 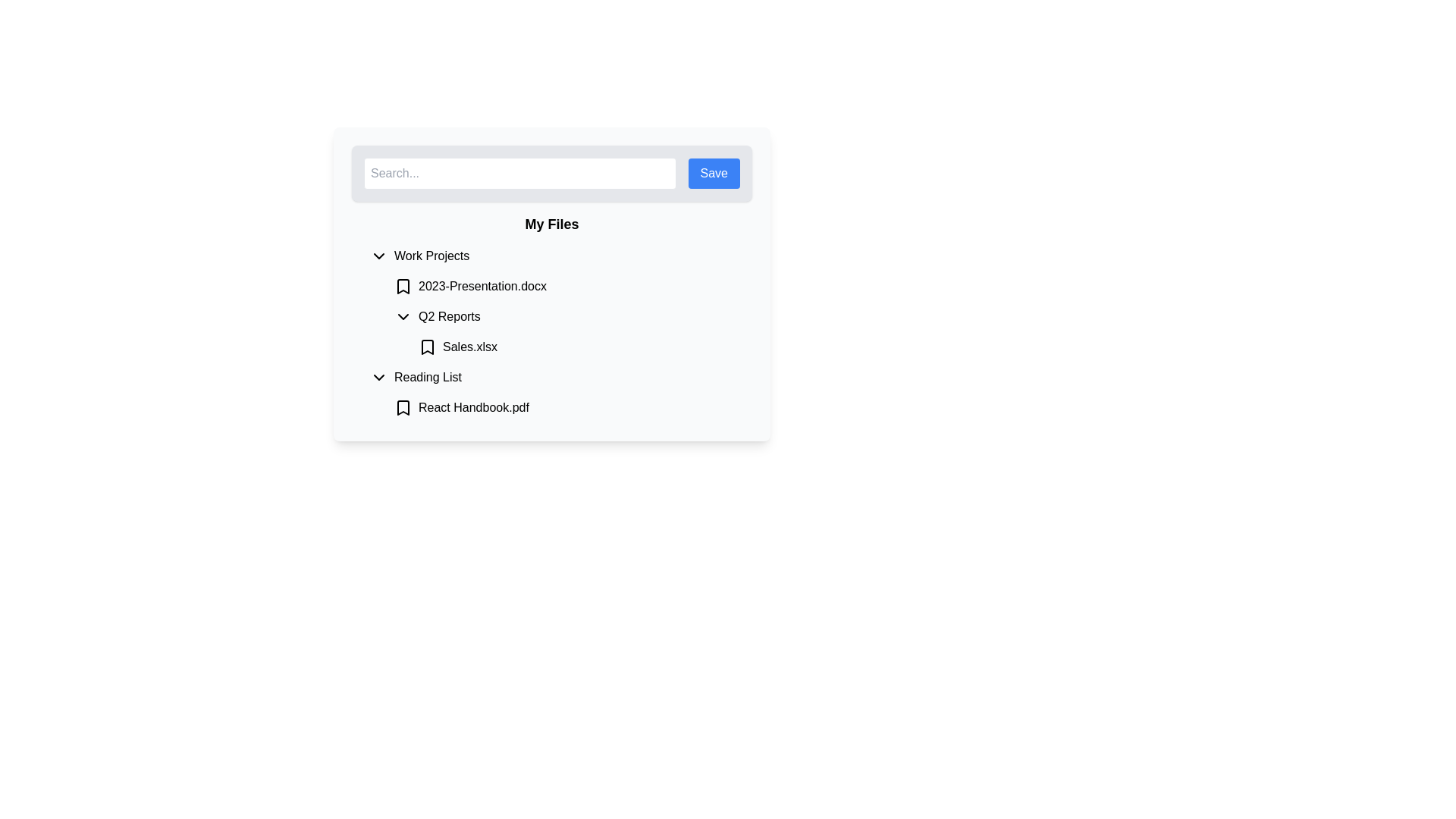 What do you see at coordinates (448, 315) in the screenshot?
I see `the 'Q2 Reports' text label located within the 'Work Projects' dropdown menu` at bounding box center [448, 315].